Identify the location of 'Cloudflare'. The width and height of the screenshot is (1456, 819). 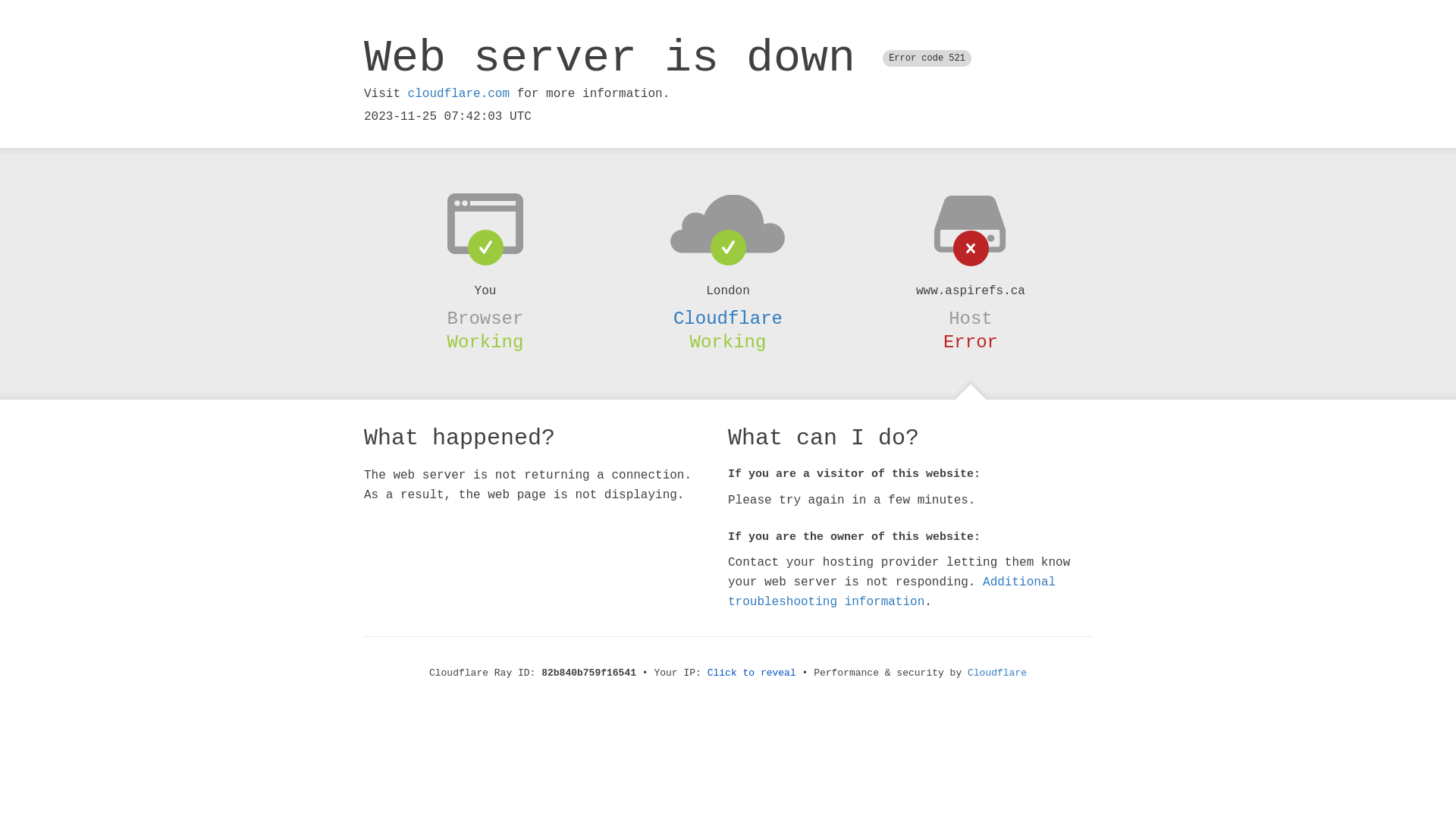
(967, 672).